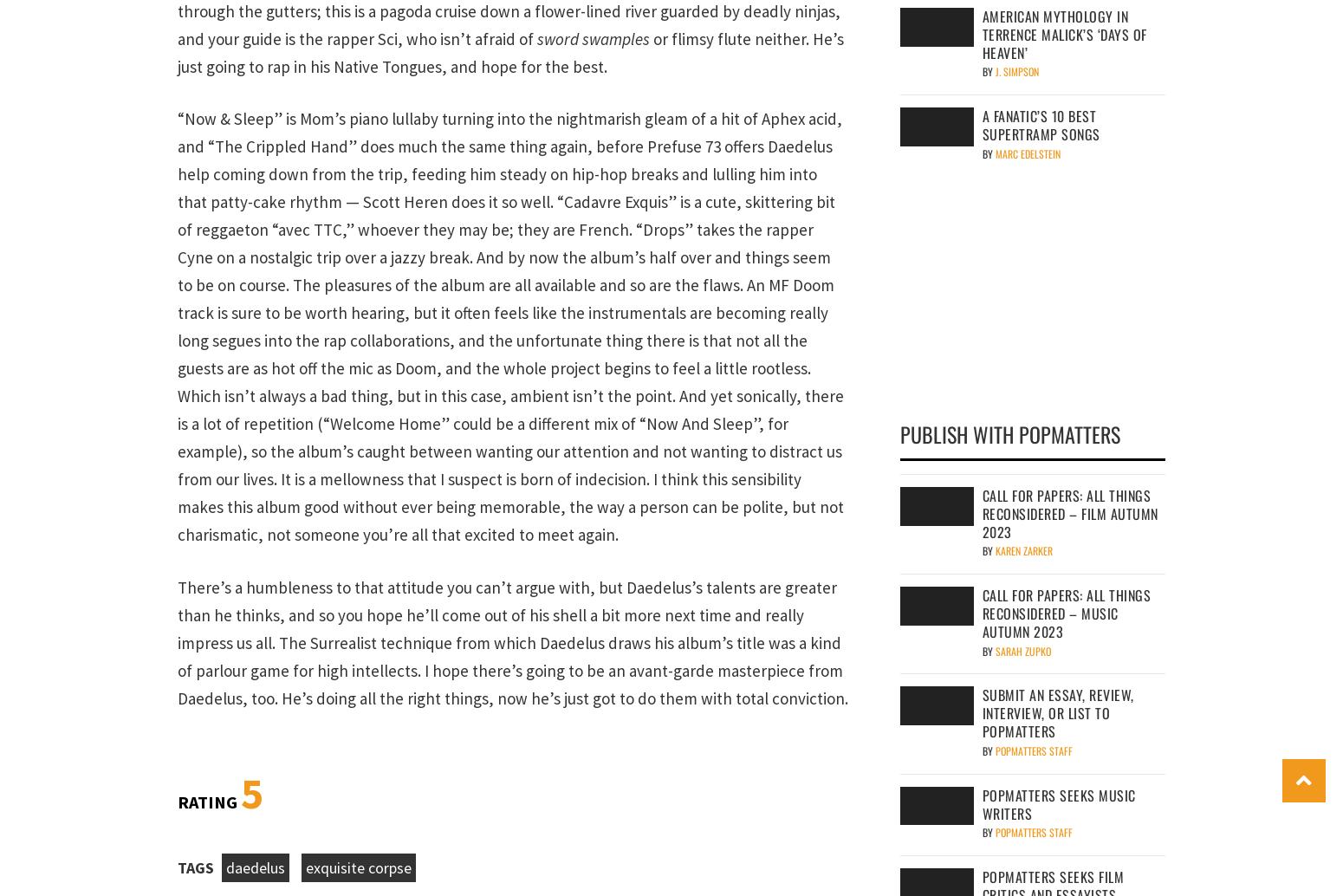  What do you see at coordinates (592, 38) in the screenshot?
I see `'sword swamples'` at bounding box center [592, 38].